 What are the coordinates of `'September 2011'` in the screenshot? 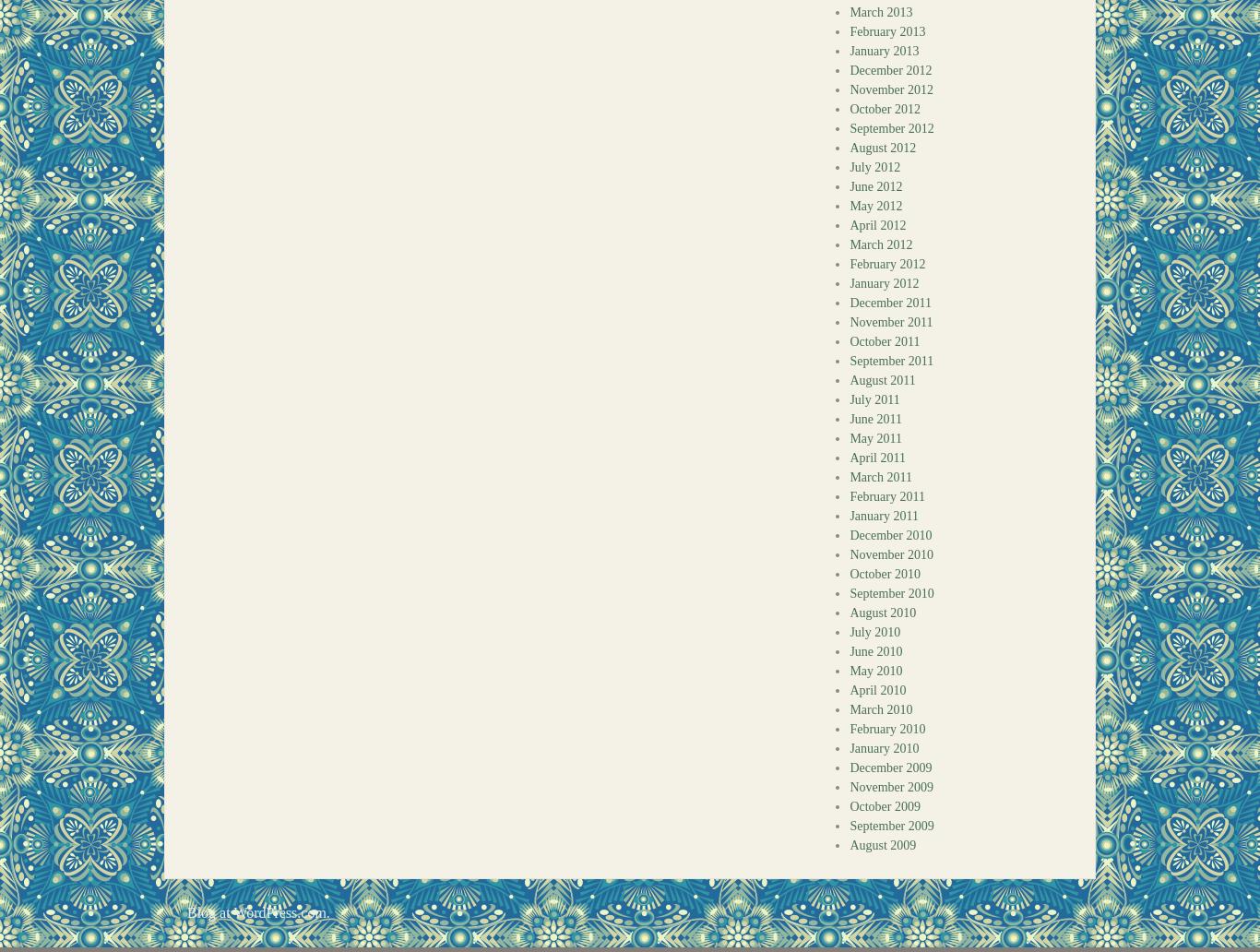 It's located at (891, 360).